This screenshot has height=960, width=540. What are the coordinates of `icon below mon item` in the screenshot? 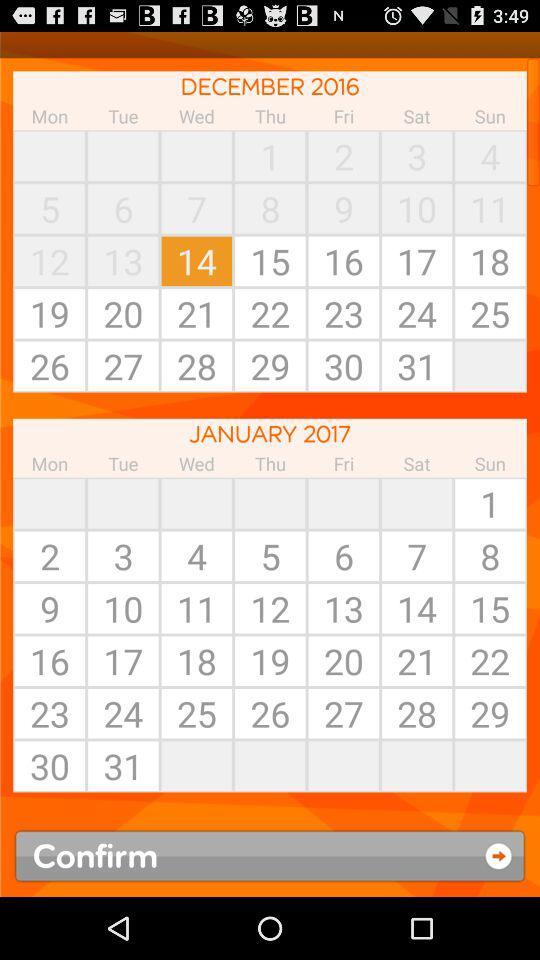 It's located at (49, 502).